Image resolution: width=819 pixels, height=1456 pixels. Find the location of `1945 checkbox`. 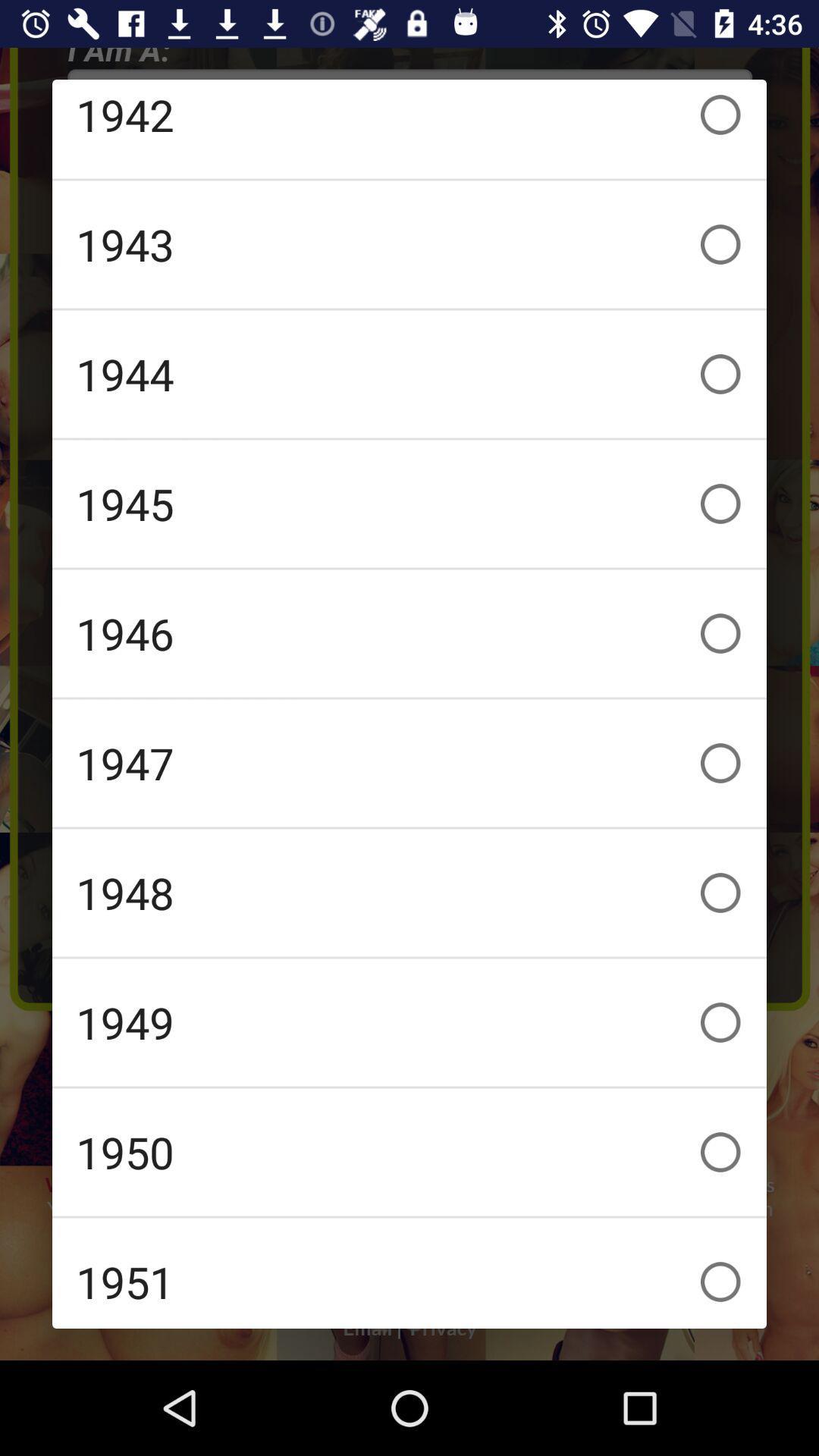

1945 checkbox is located at coordinates (409, 504).